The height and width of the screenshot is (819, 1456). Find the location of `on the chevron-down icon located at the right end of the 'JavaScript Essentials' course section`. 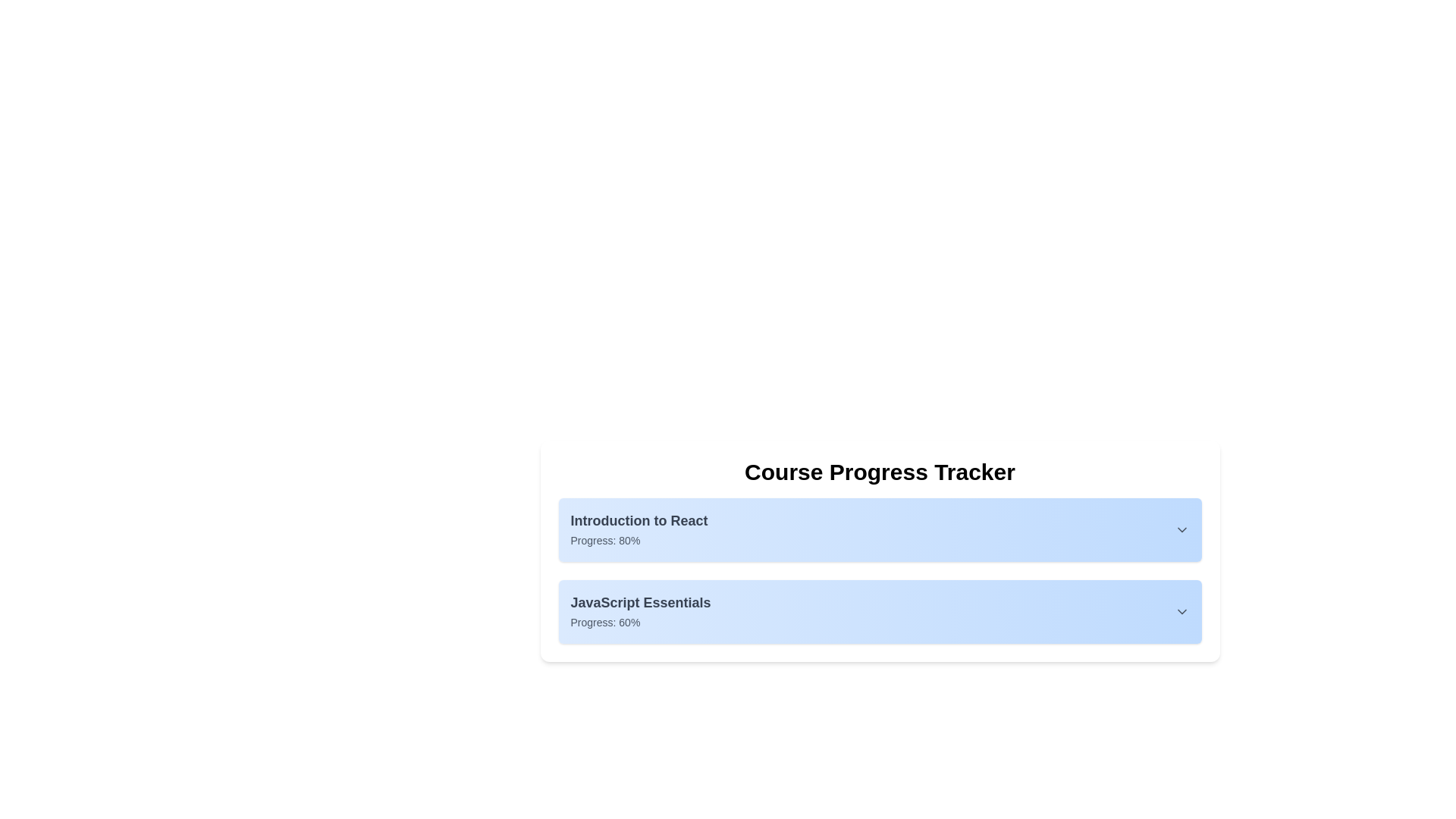

on the chevron-down icon located at the right end of the 'JavaScript Essentials' course section is located at coordinates (1181, 610).